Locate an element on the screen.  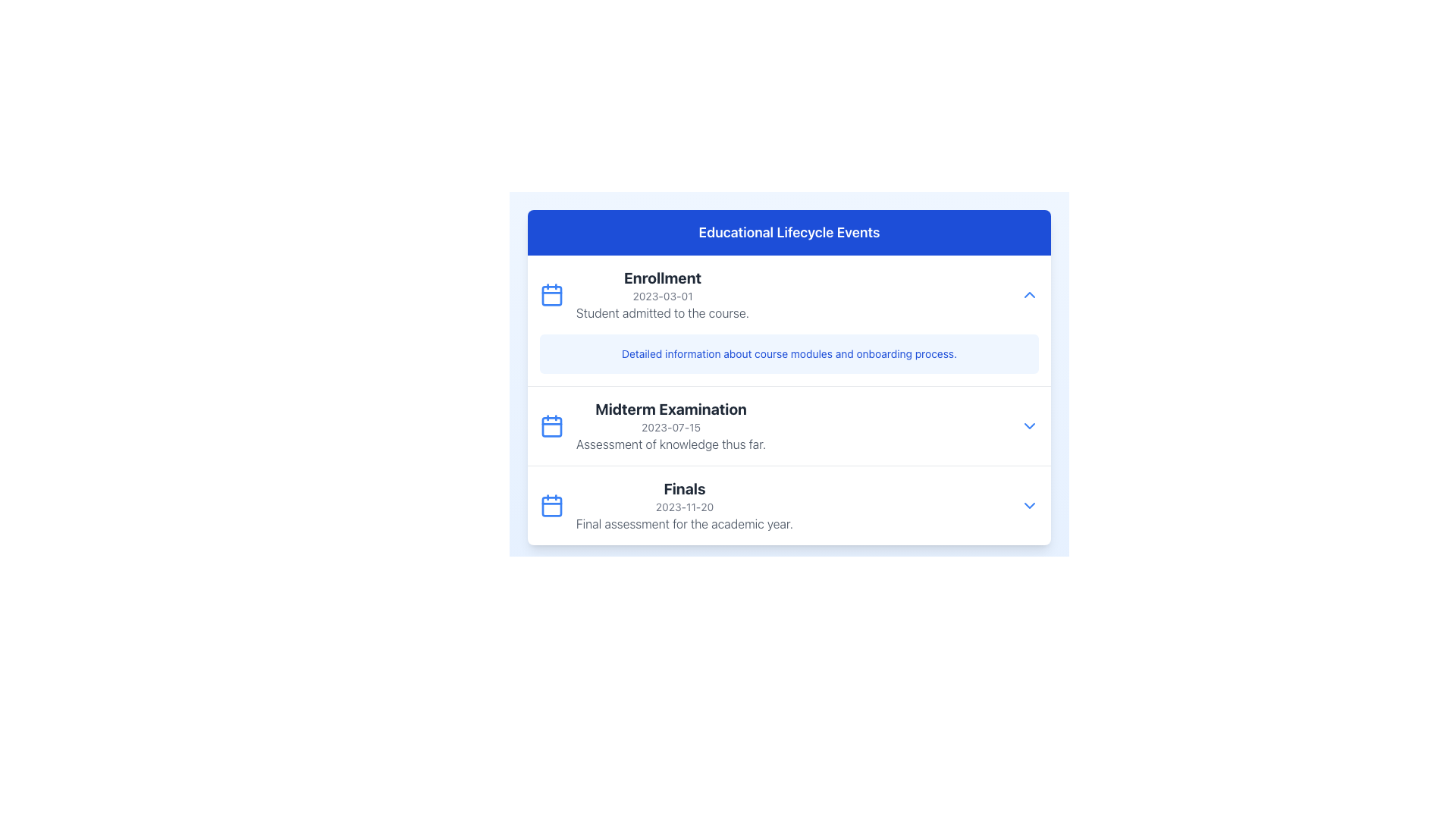
the Informational Text Block located below the 'Enrollment' title within the 'Educational Lifecycle Events' section is located at coordinates (789, 353).